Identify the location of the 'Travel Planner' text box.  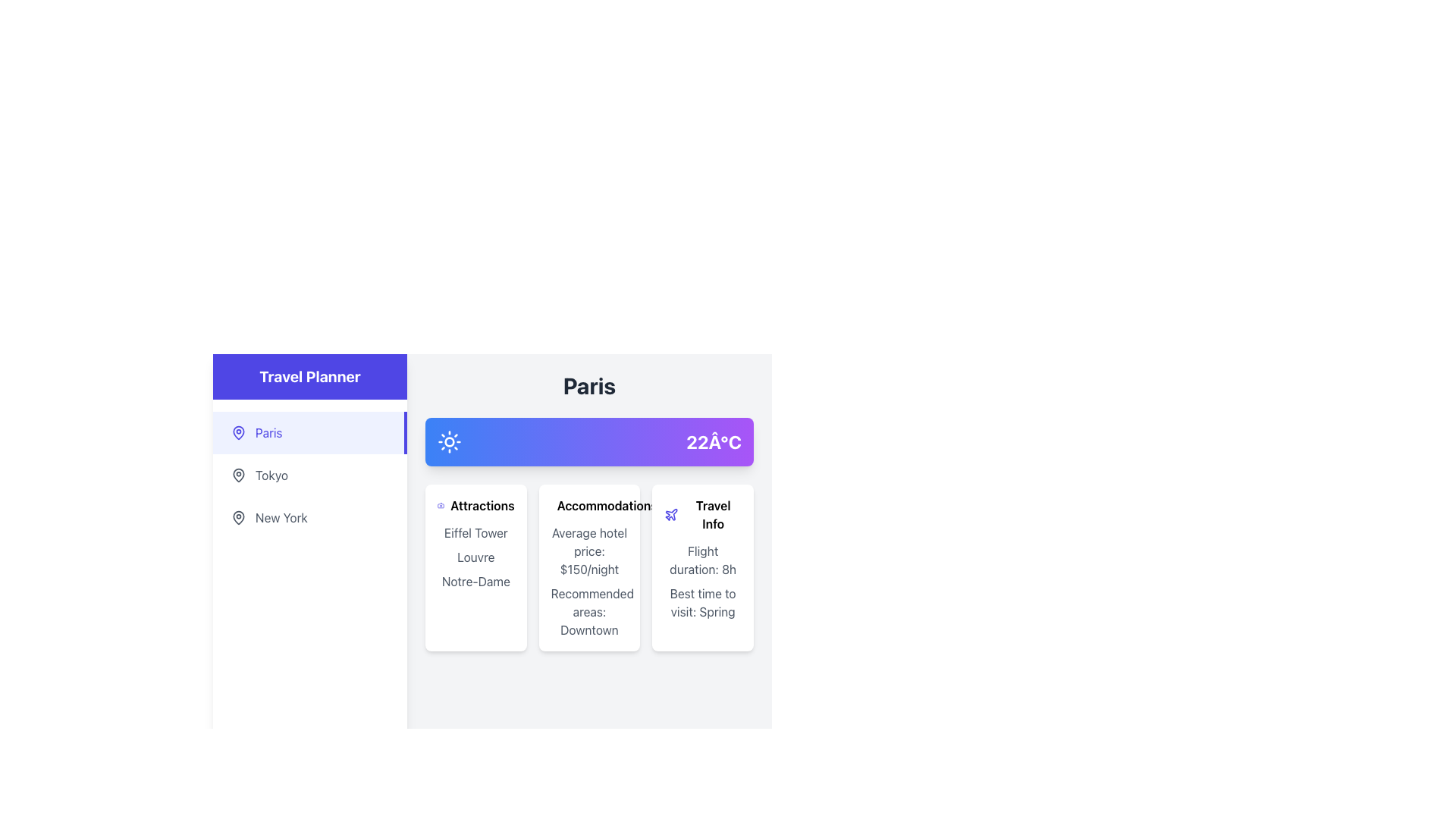
(309, 376).